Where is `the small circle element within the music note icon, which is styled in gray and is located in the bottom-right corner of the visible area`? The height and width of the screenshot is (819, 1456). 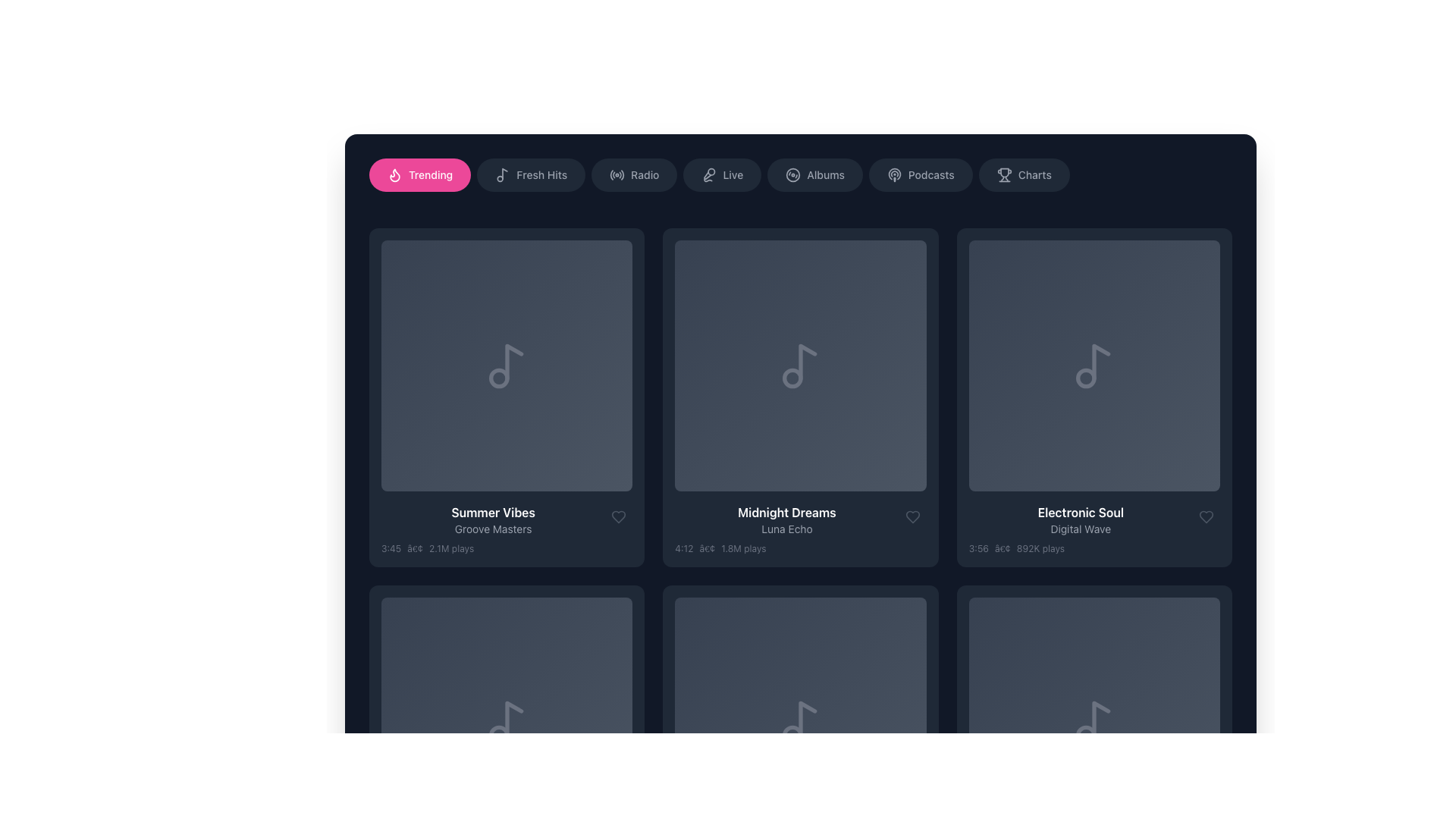 the small circle element within the music note icon, which is styled in gray and is located in the bottom-right corner of the visible area is located at coordinates (1085, 735).